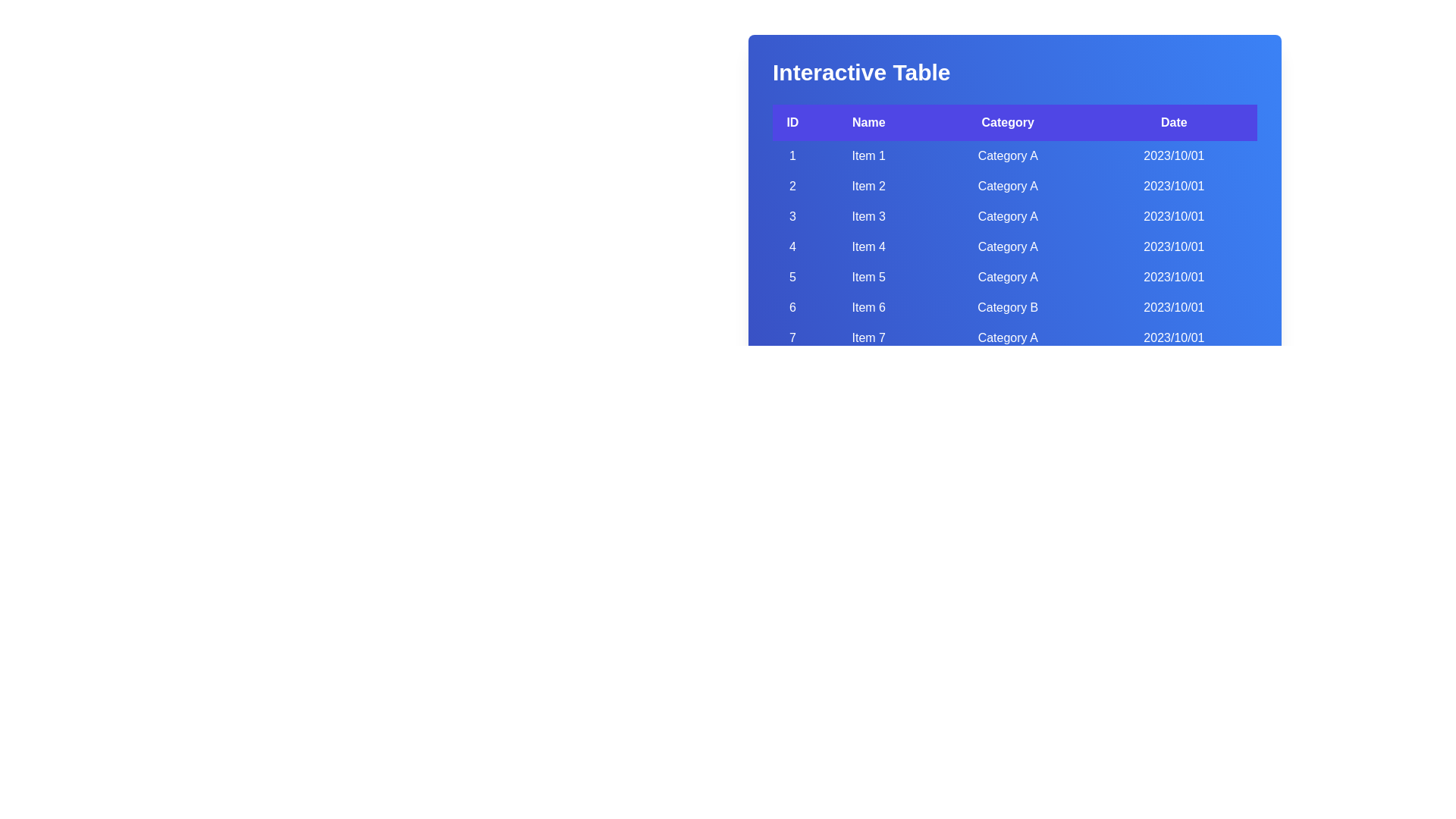 The width and height of the screenshot is (1456, 819). I want to click on the header labeled Category to sort the table by that column, so click(1008, 122).